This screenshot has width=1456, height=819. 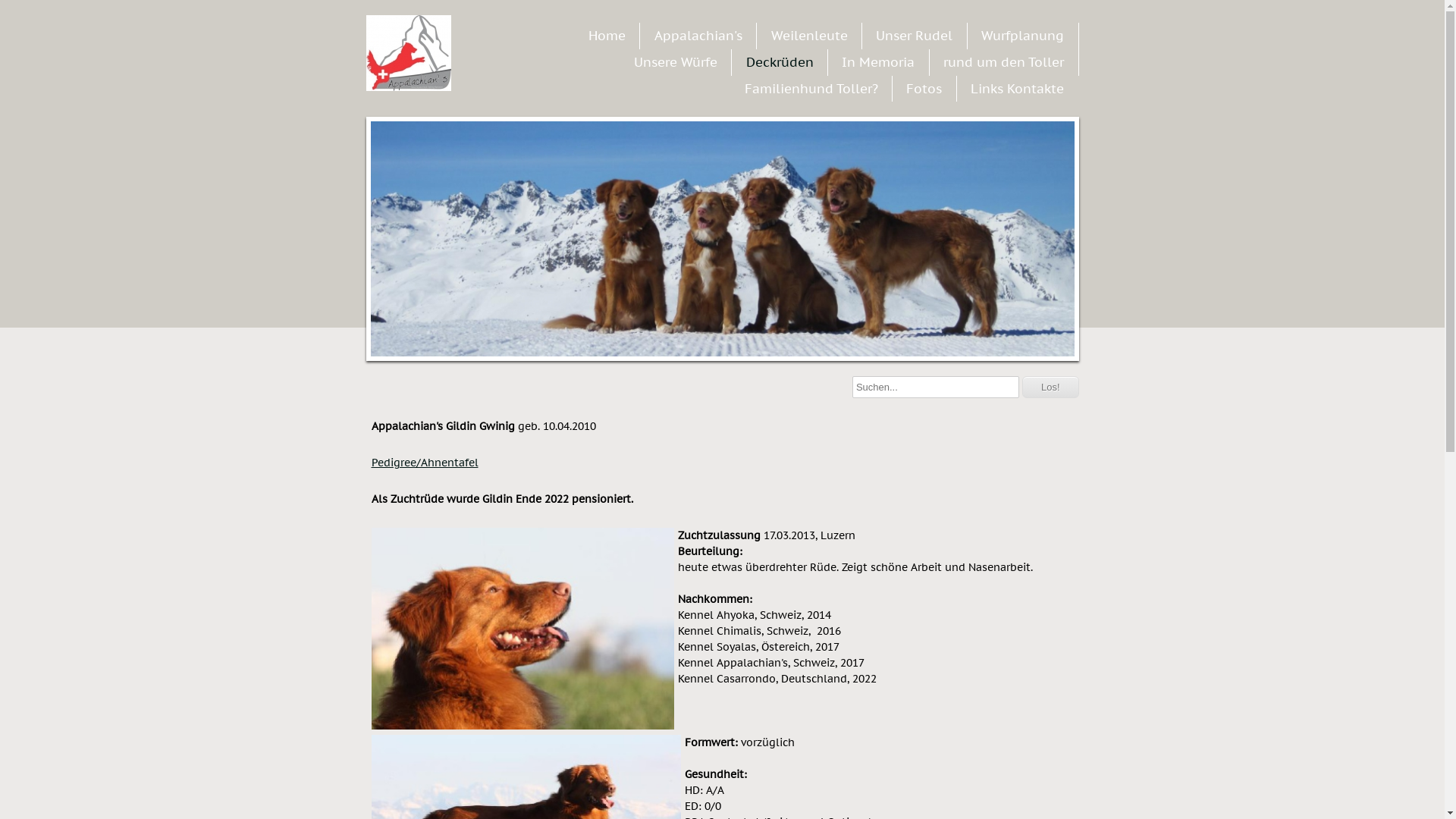 What do you see at coordinates (877, 61) in the screenshot?
I see `'In Memoria'` at bounding box center [877, 61].